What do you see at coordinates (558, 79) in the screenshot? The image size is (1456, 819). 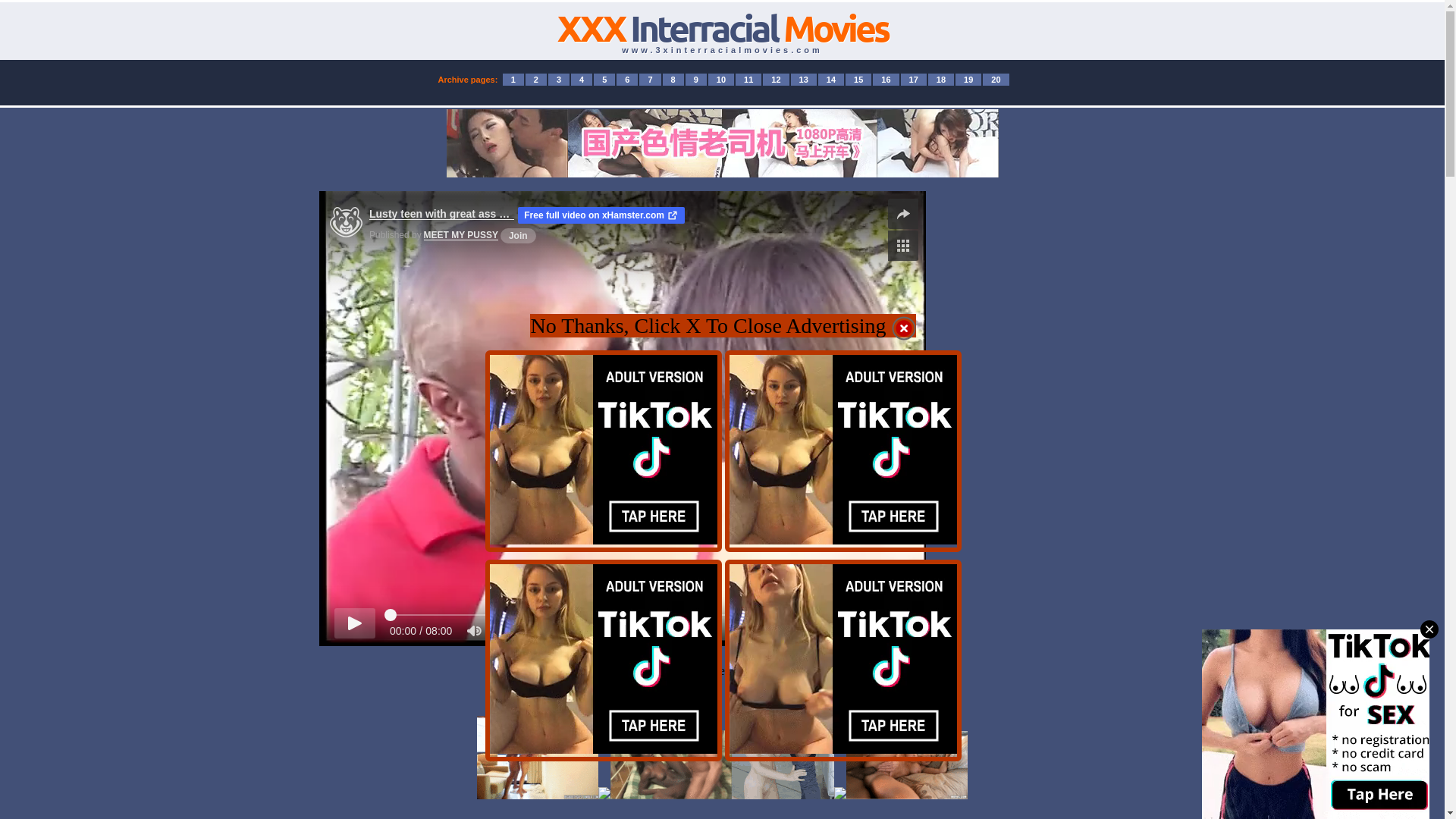 I see `'3'` at bounding box center [558, 79].